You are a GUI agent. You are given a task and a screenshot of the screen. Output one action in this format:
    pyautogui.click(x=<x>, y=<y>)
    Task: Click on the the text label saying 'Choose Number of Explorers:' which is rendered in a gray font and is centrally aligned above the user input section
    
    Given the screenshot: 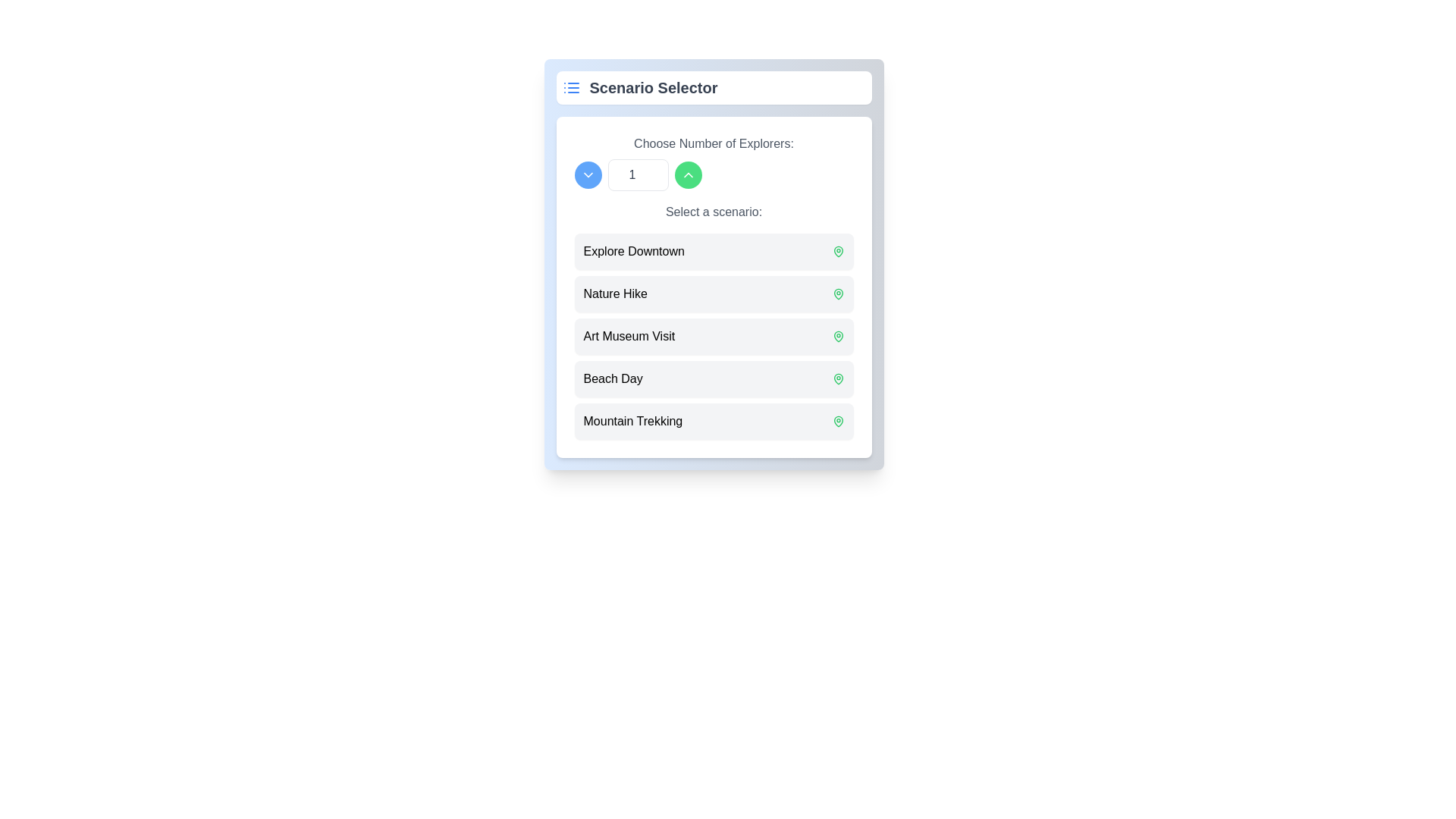 What is the action you would take?
    pyautogui.click(x=713, y=143)
    